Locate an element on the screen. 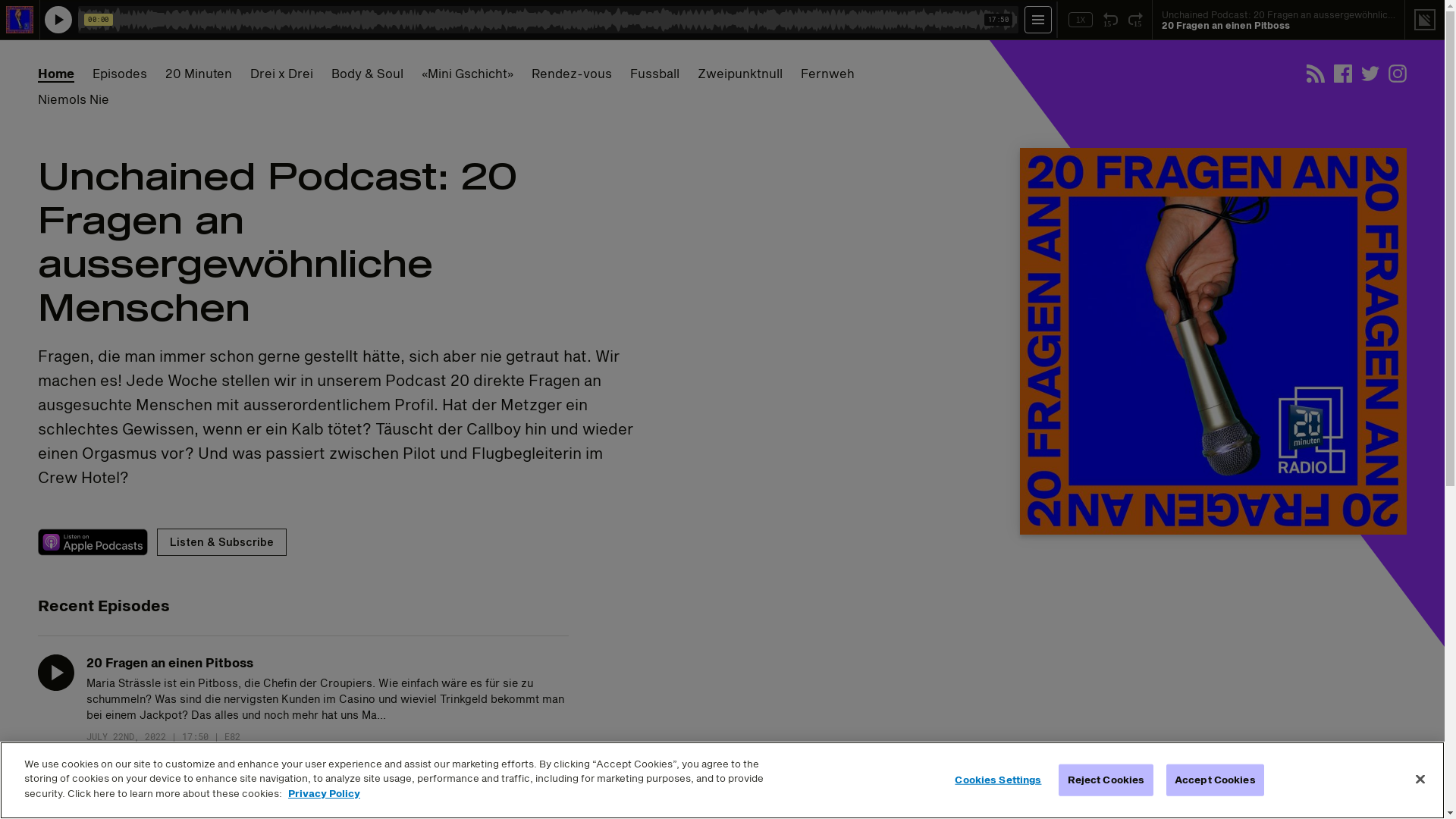  'Privacy Policy' is located at coordinates (323, 792).